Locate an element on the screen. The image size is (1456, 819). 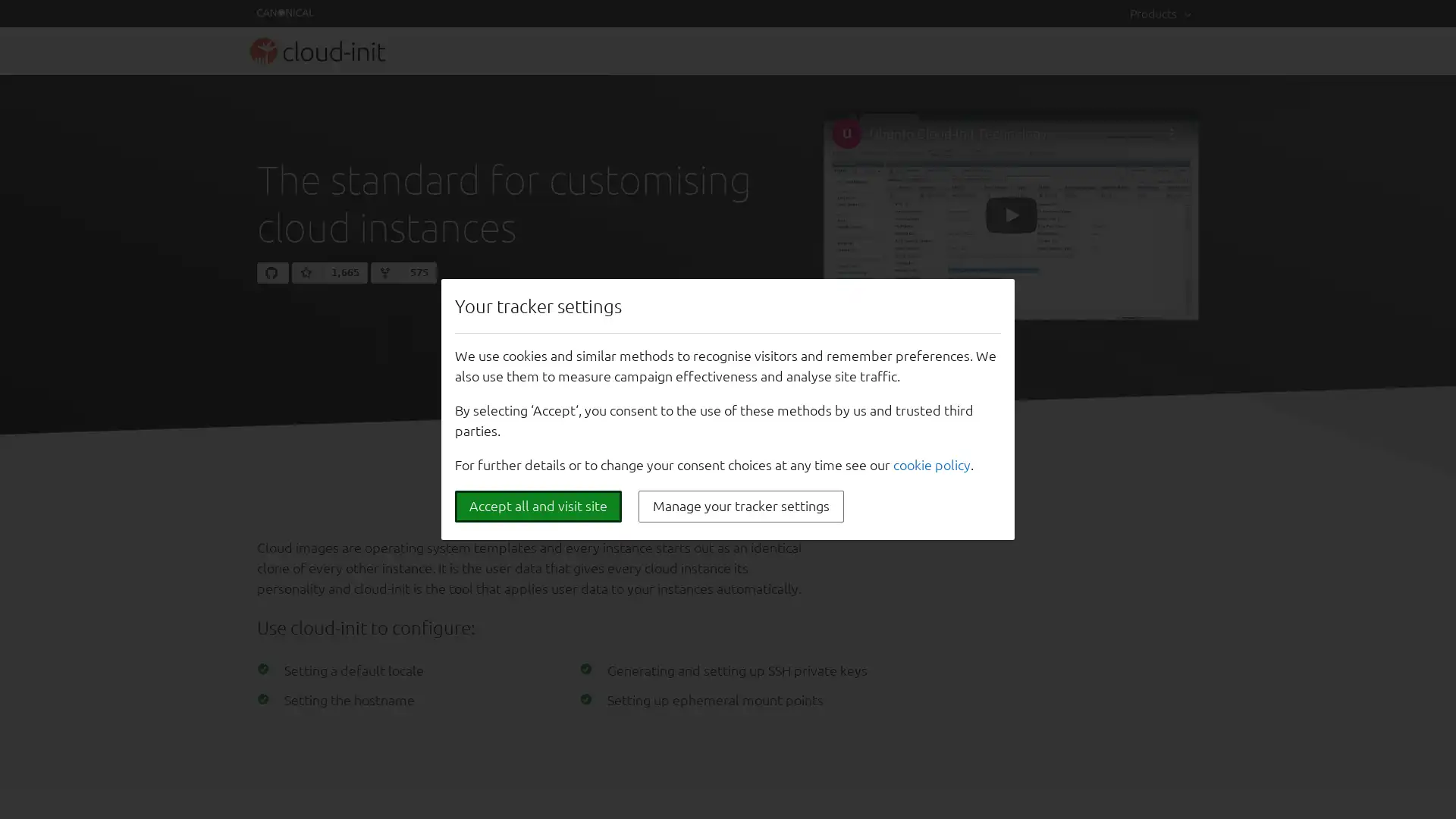
Manage your tracker settings is located at coordinates (741, 506).